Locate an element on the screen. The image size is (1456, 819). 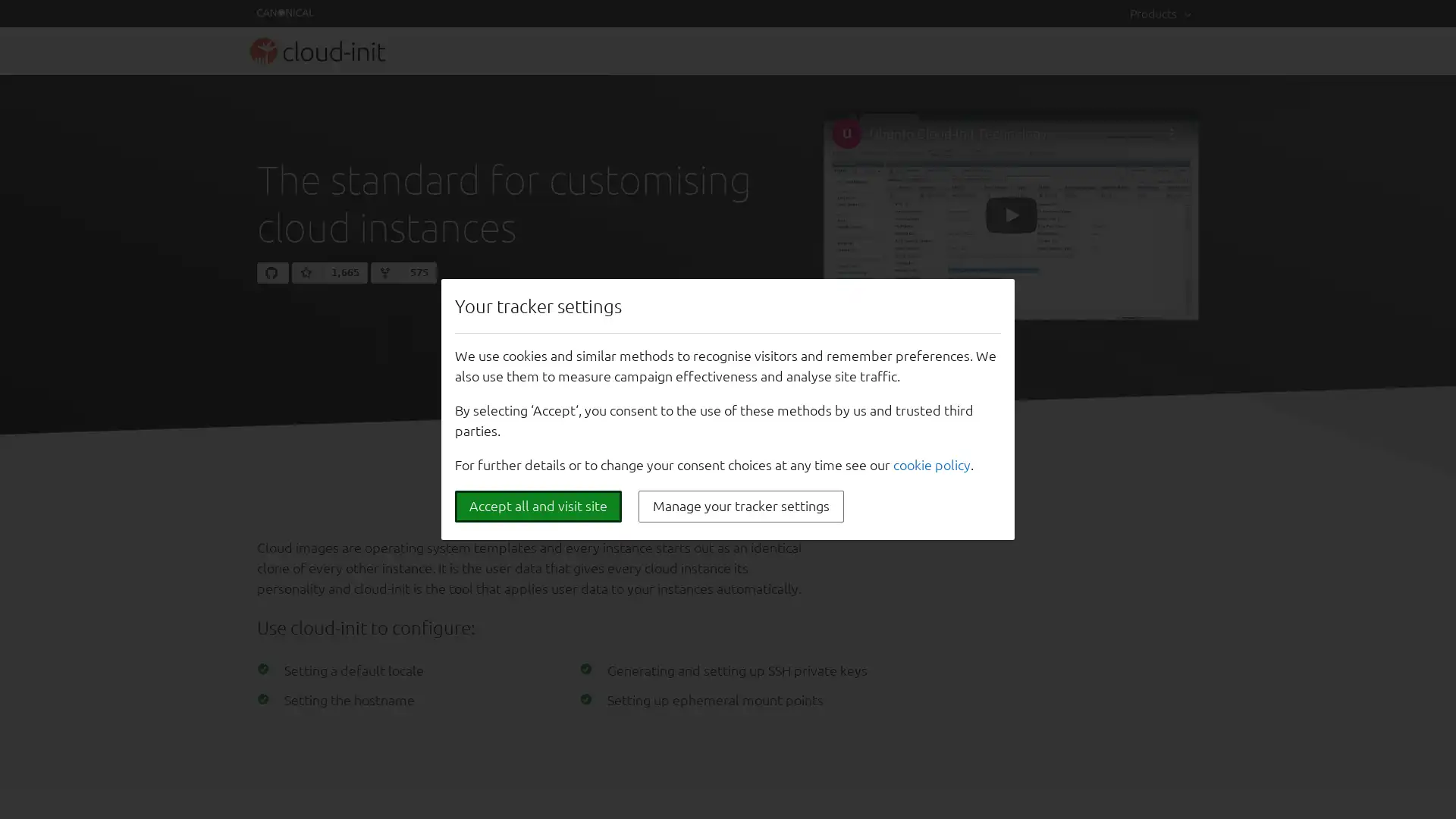
Manage your tracker settings is located at coordinates (741, 506).